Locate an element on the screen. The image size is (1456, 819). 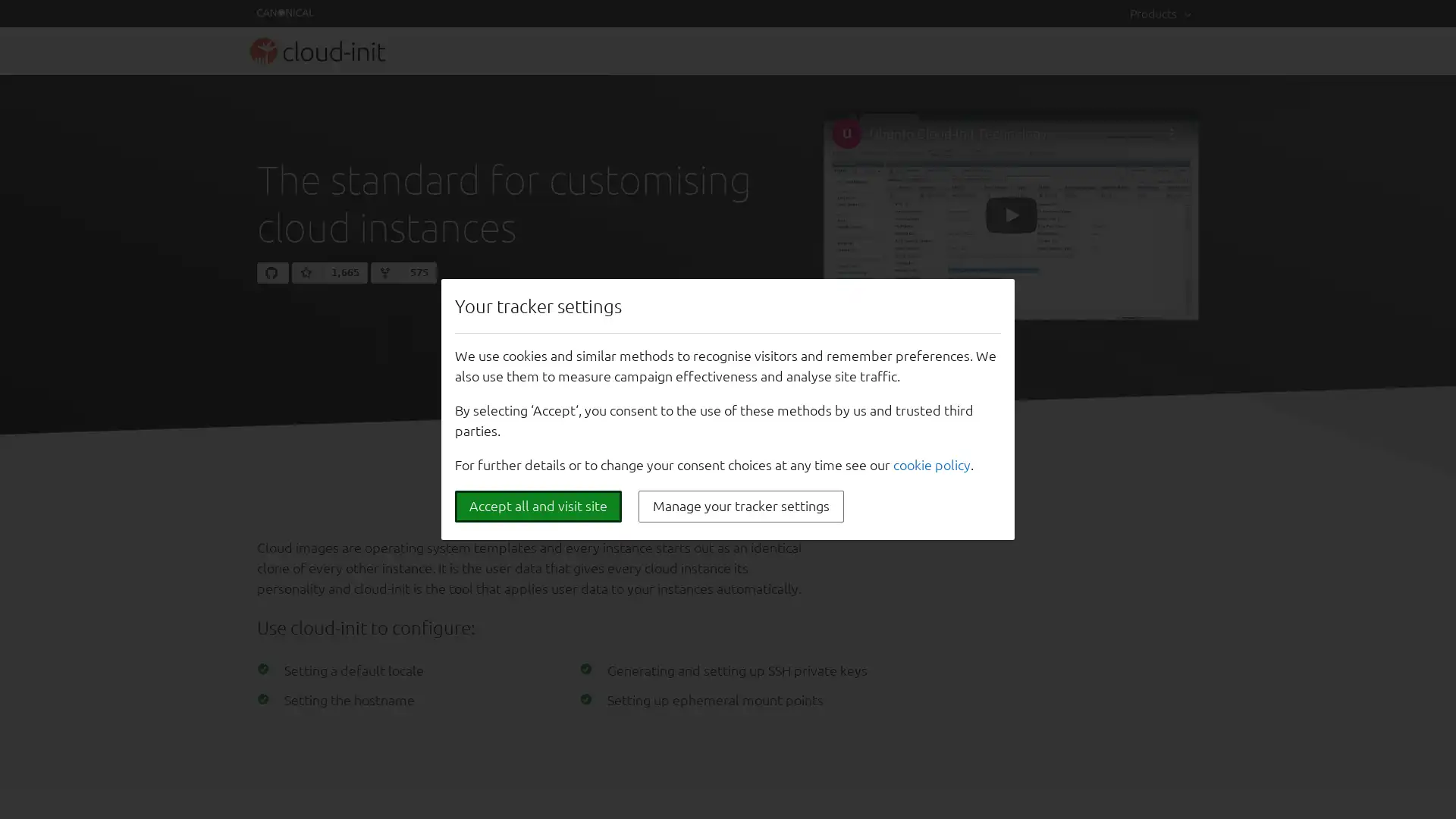
Manage your tracker settings is located at coordinates (741, 506).